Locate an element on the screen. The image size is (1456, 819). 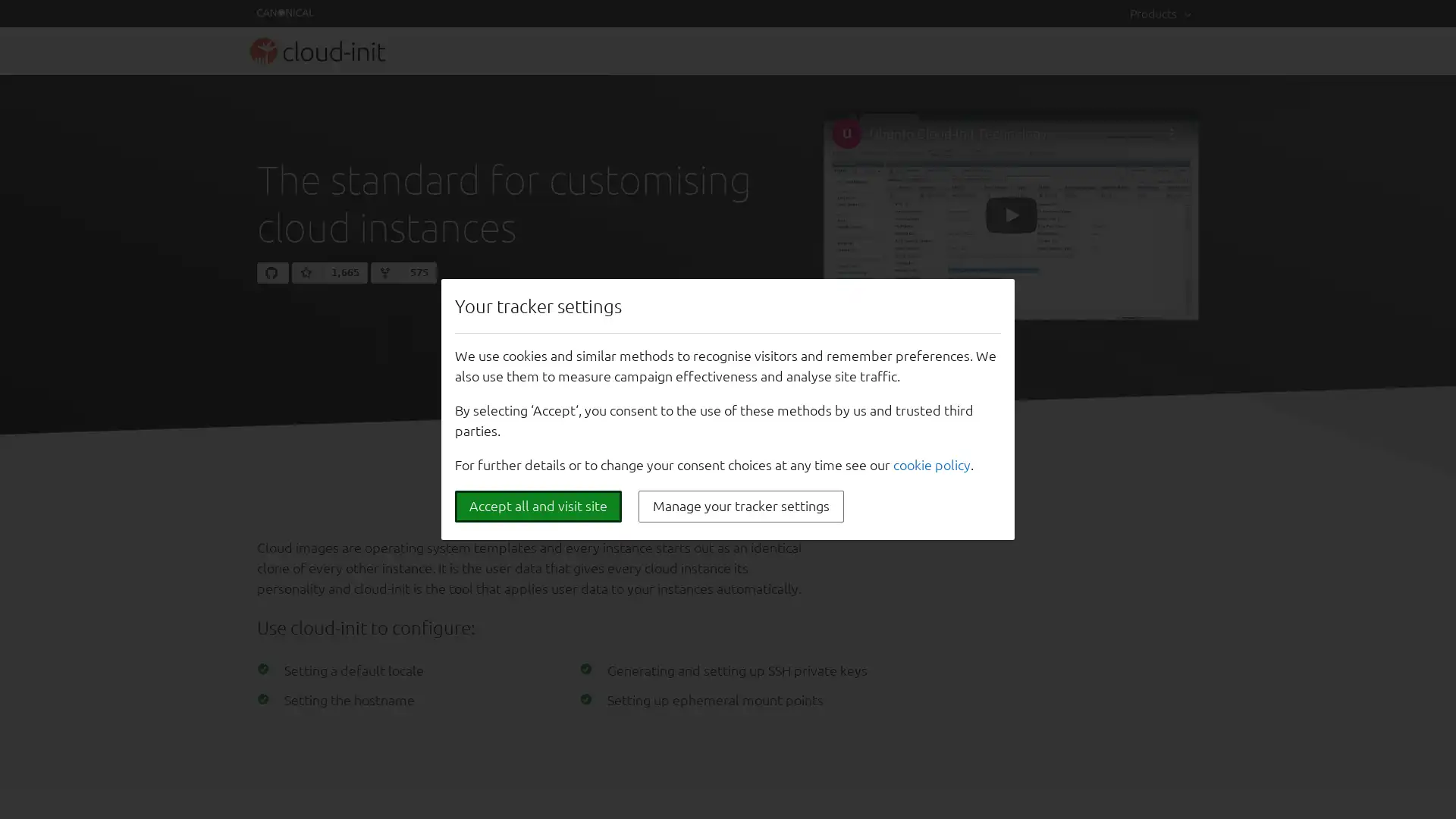
Manage your tracker settings is located at coordinates (741, 506).